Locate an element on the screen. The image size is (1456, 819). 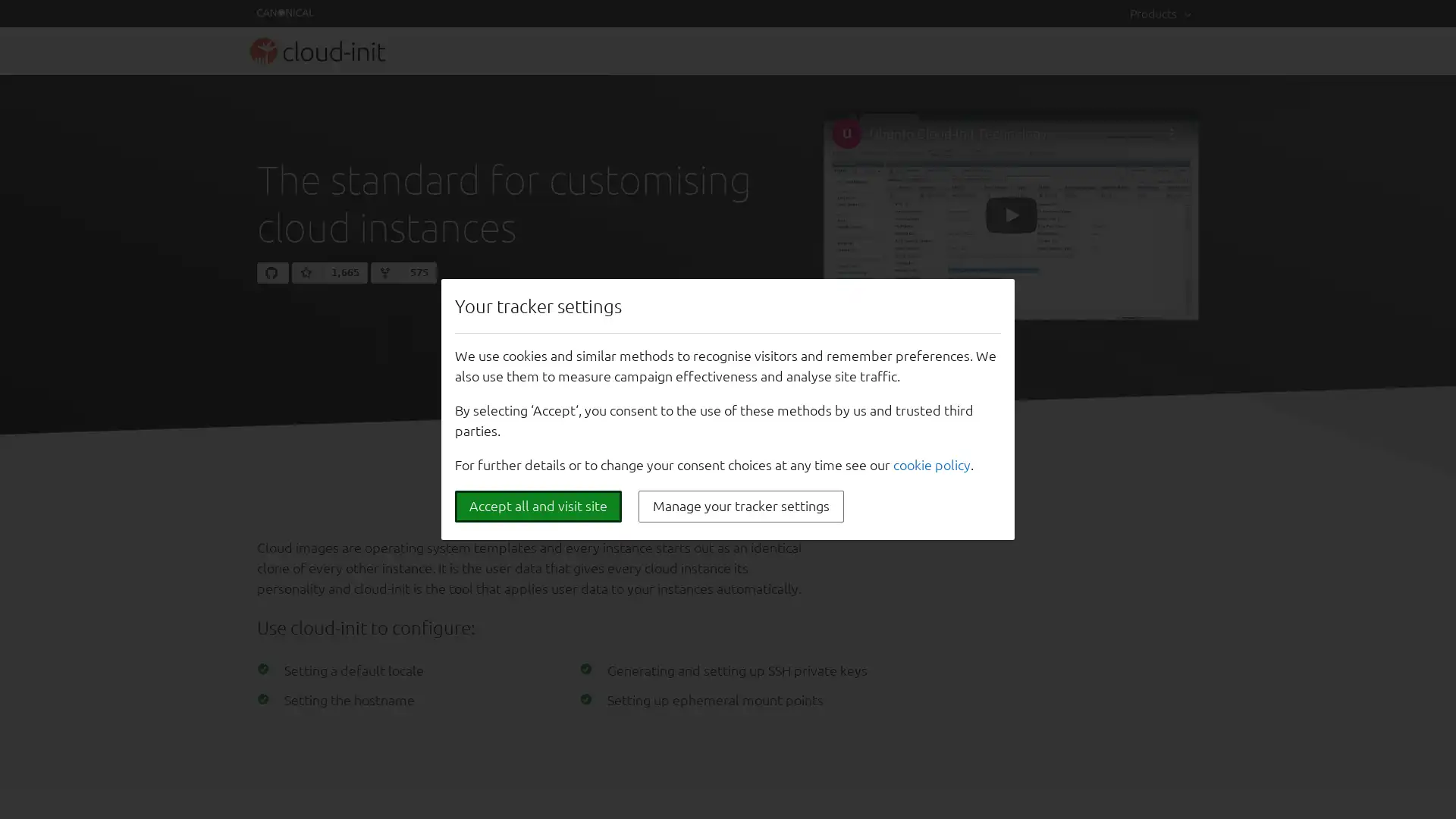
Manage your tracker settings is located at coordinates (741, 506).